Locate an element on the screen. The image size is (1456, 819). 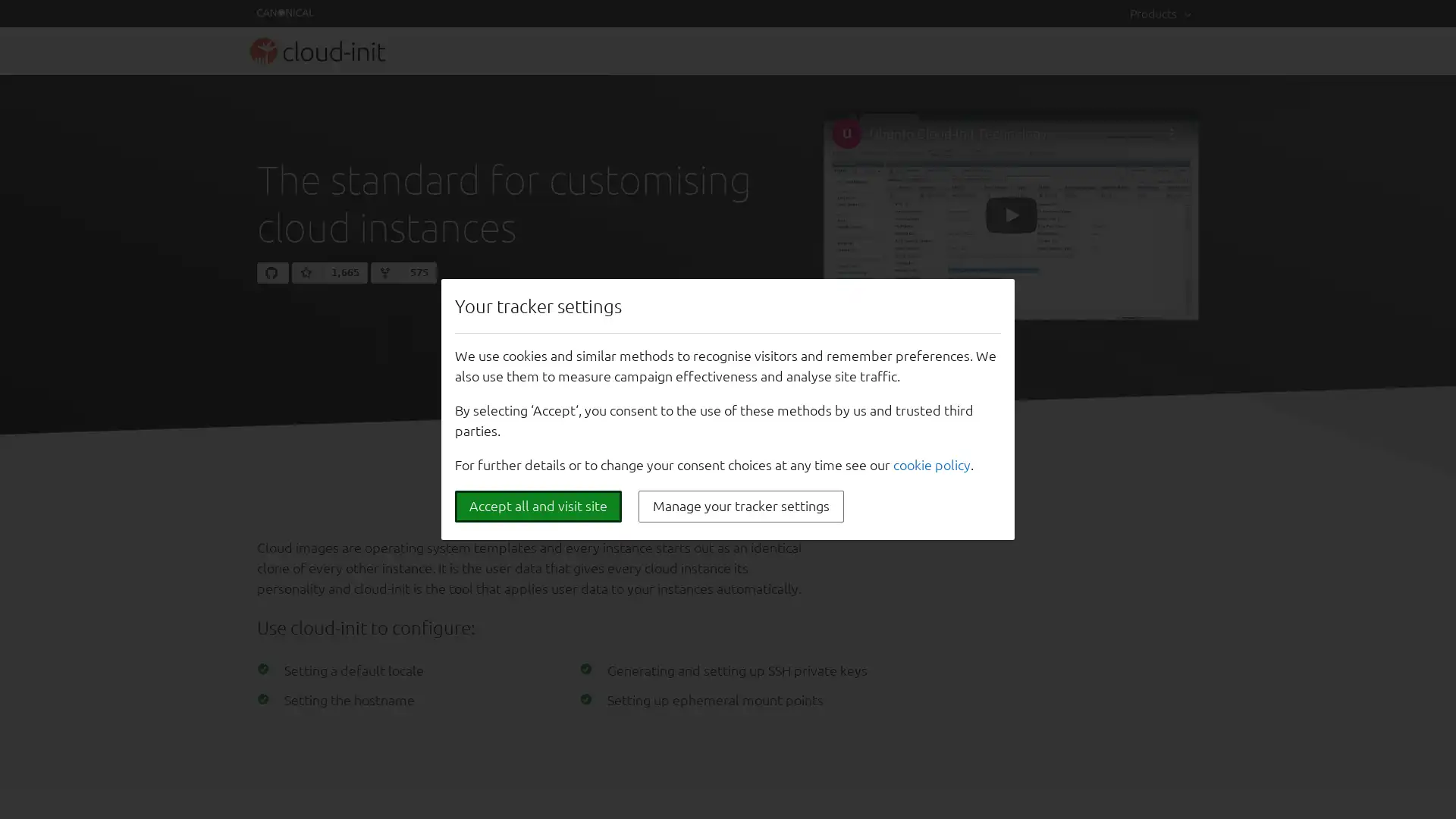
Manage your tracker settings is located at coordinates (741, 506).